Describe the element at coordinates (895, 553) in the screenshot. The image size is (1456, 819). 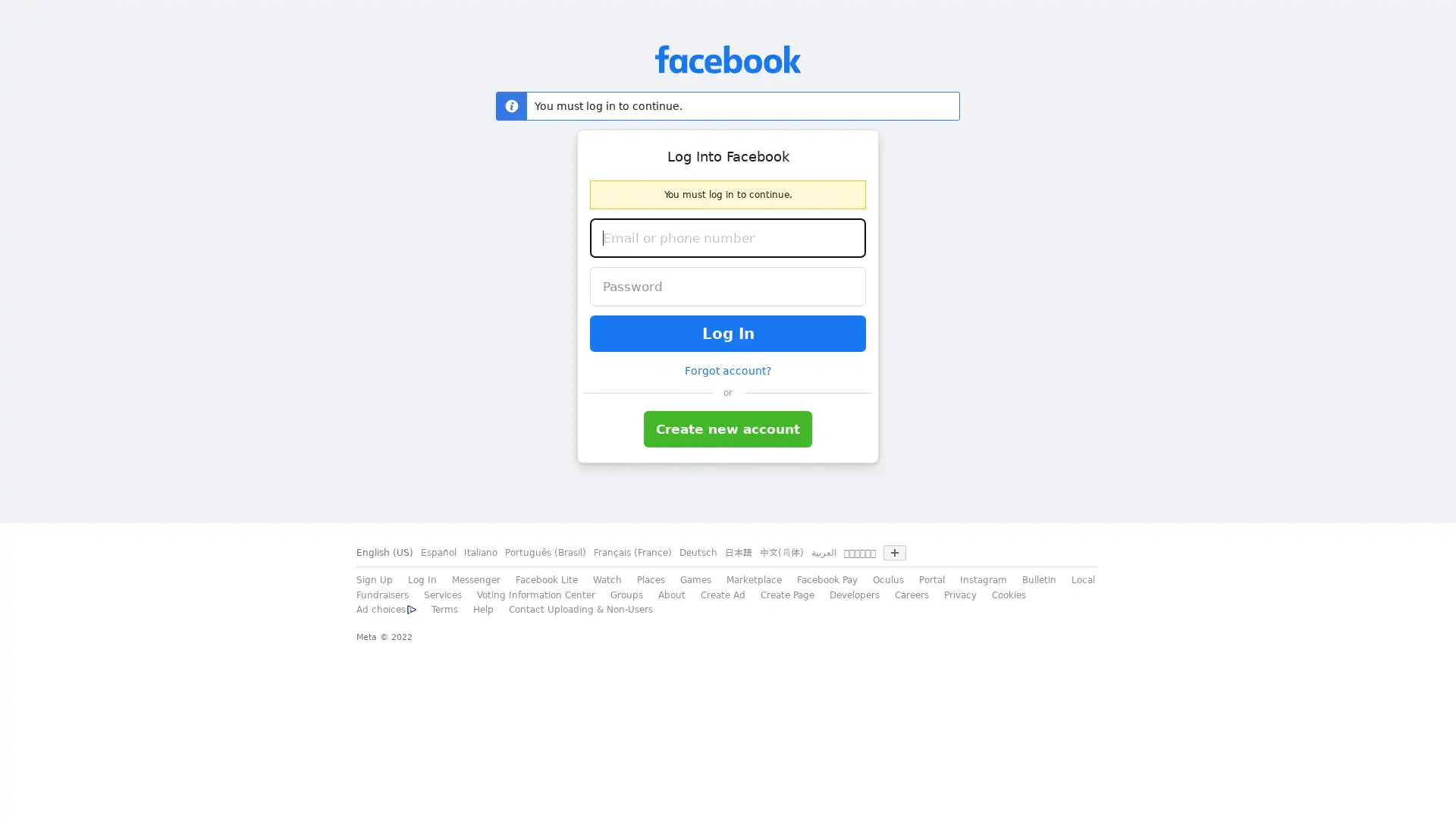
I see `Show more languages` at that location.